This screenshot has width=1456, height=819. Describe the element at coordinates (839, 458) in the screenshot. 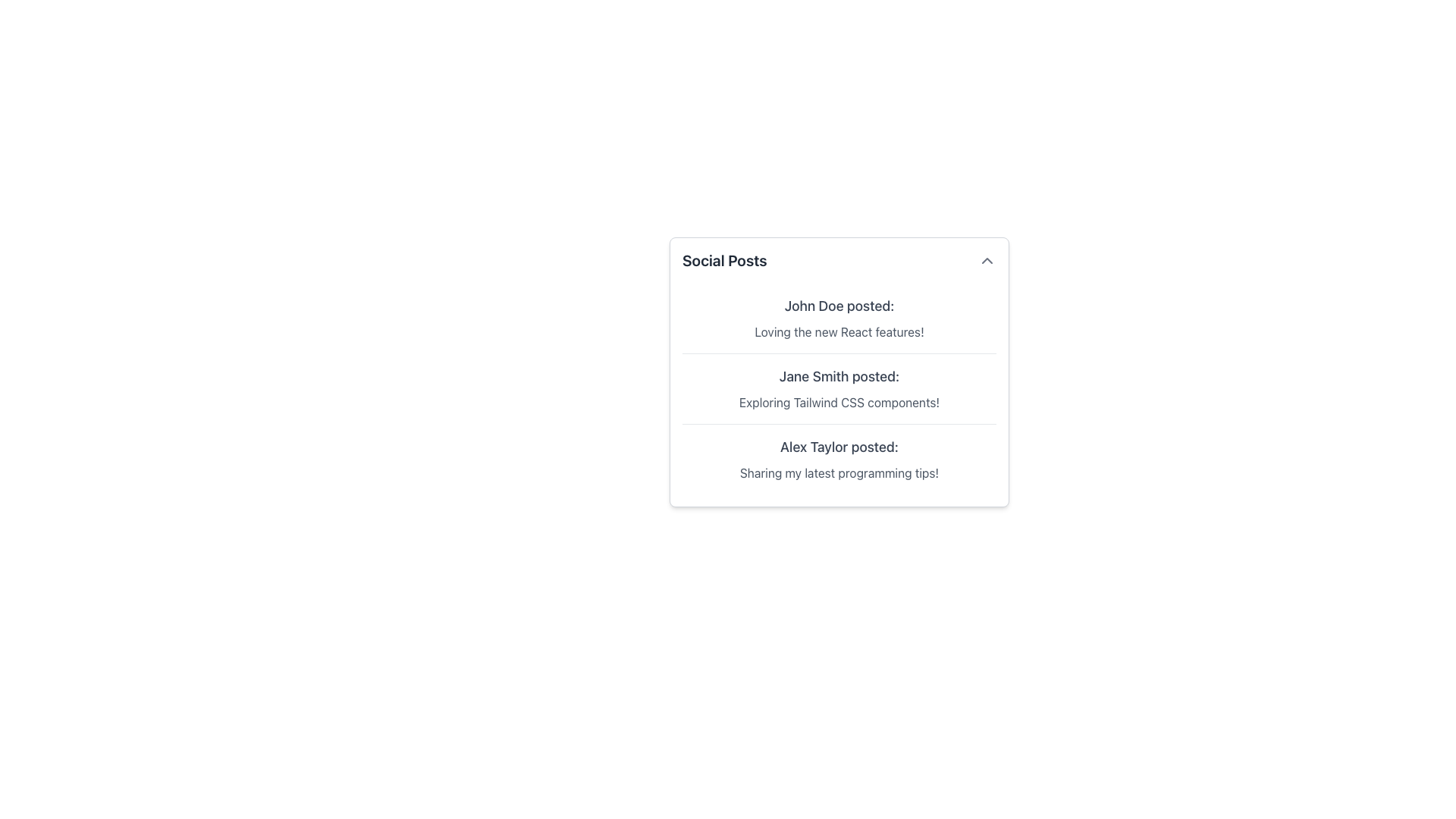

I see `the static text block displaying 'Alex Taylor posted:' followed by 'Sharing my latest programming tips!'` at that location.